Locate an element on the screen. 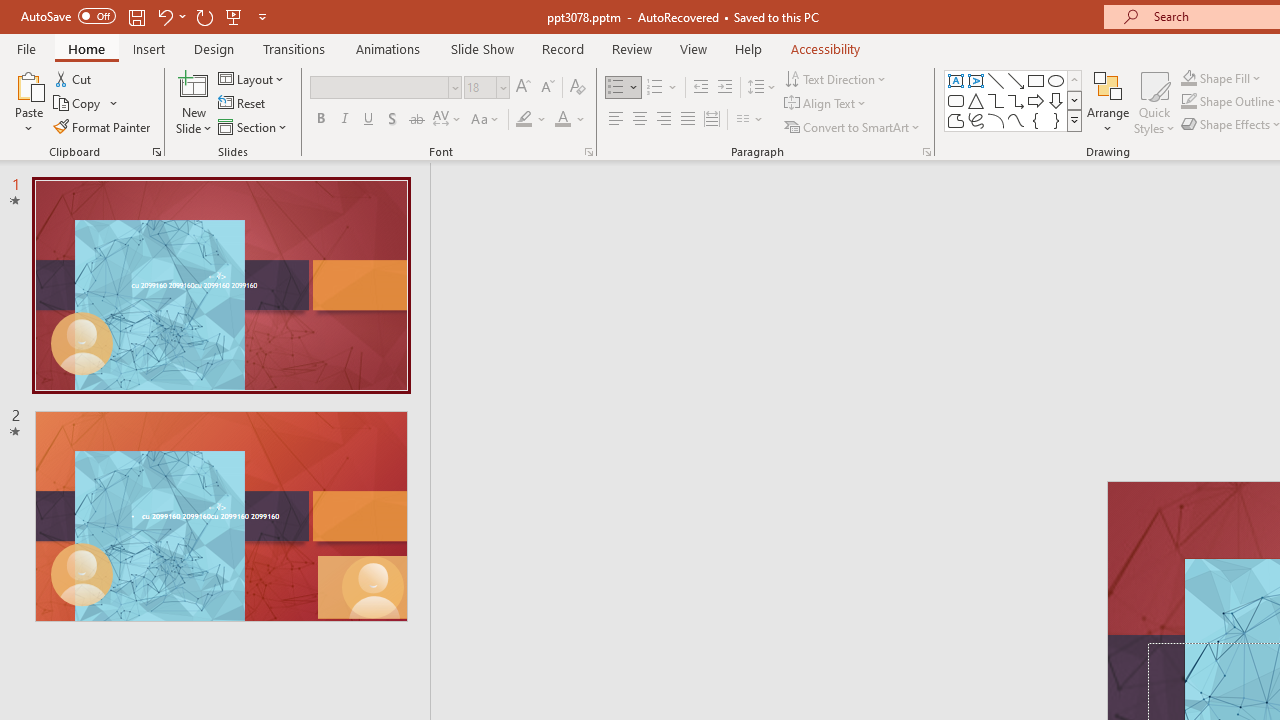 The width and height of the screenshot is (1280, 720). 'Justify' is located at coordinates (688, 119).